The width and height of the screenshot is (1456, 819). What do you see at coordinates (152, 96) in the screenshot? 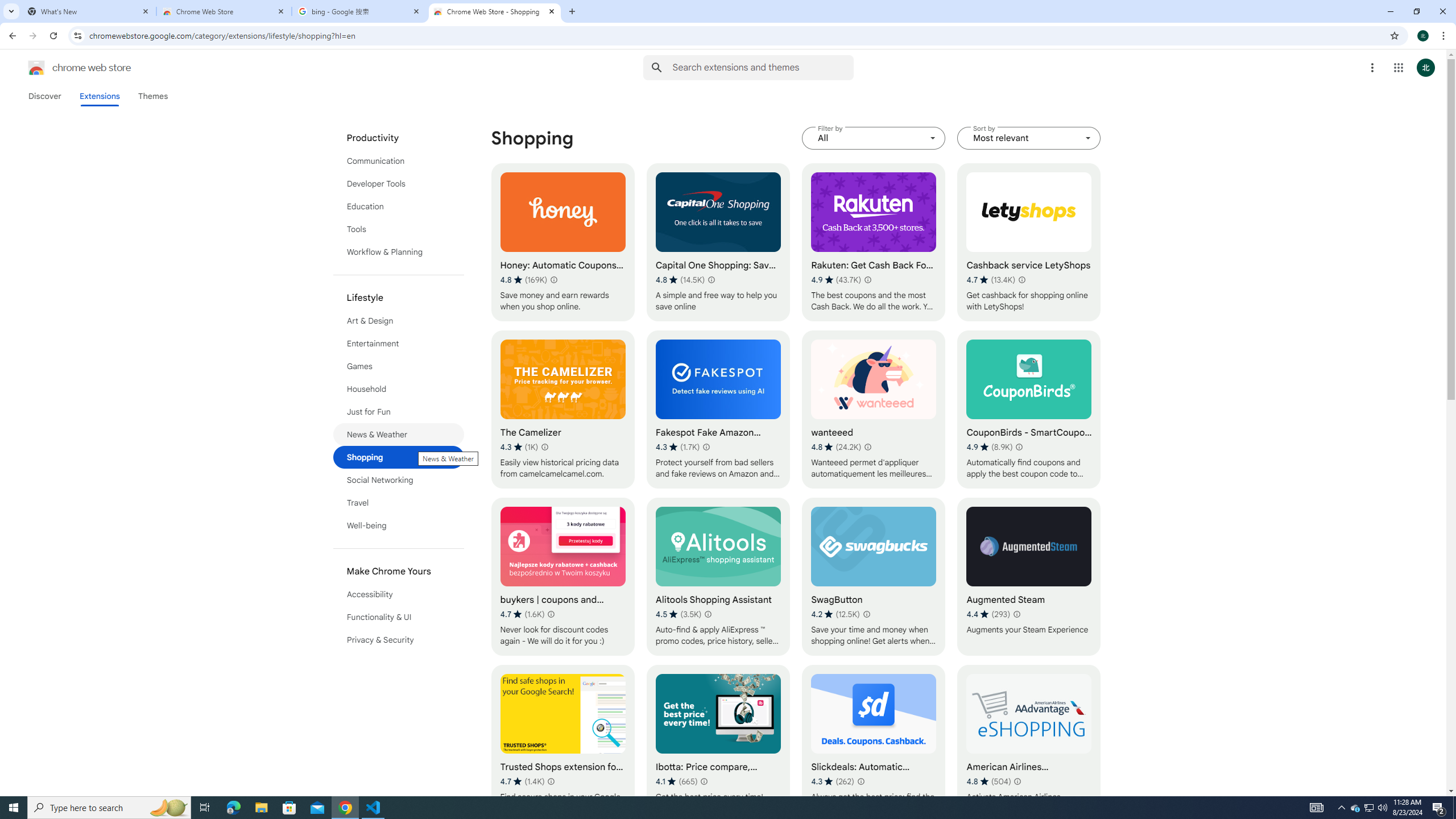
I see `'Themes'` at bounding box center [152, 96].